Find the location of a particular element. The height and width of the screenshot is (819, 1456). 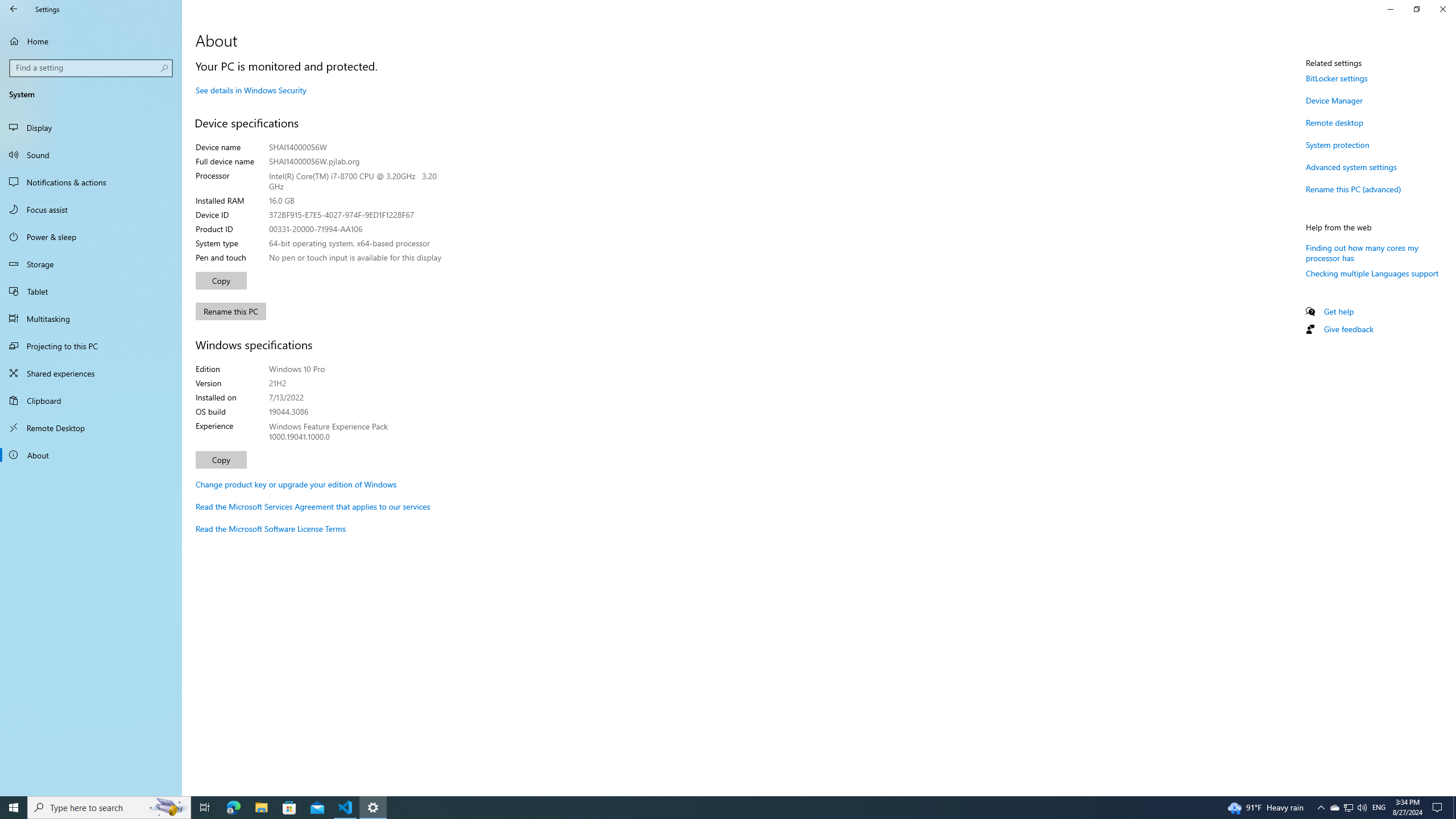

'Checking multiple Languages support' is located at coordinates (1372, 272).